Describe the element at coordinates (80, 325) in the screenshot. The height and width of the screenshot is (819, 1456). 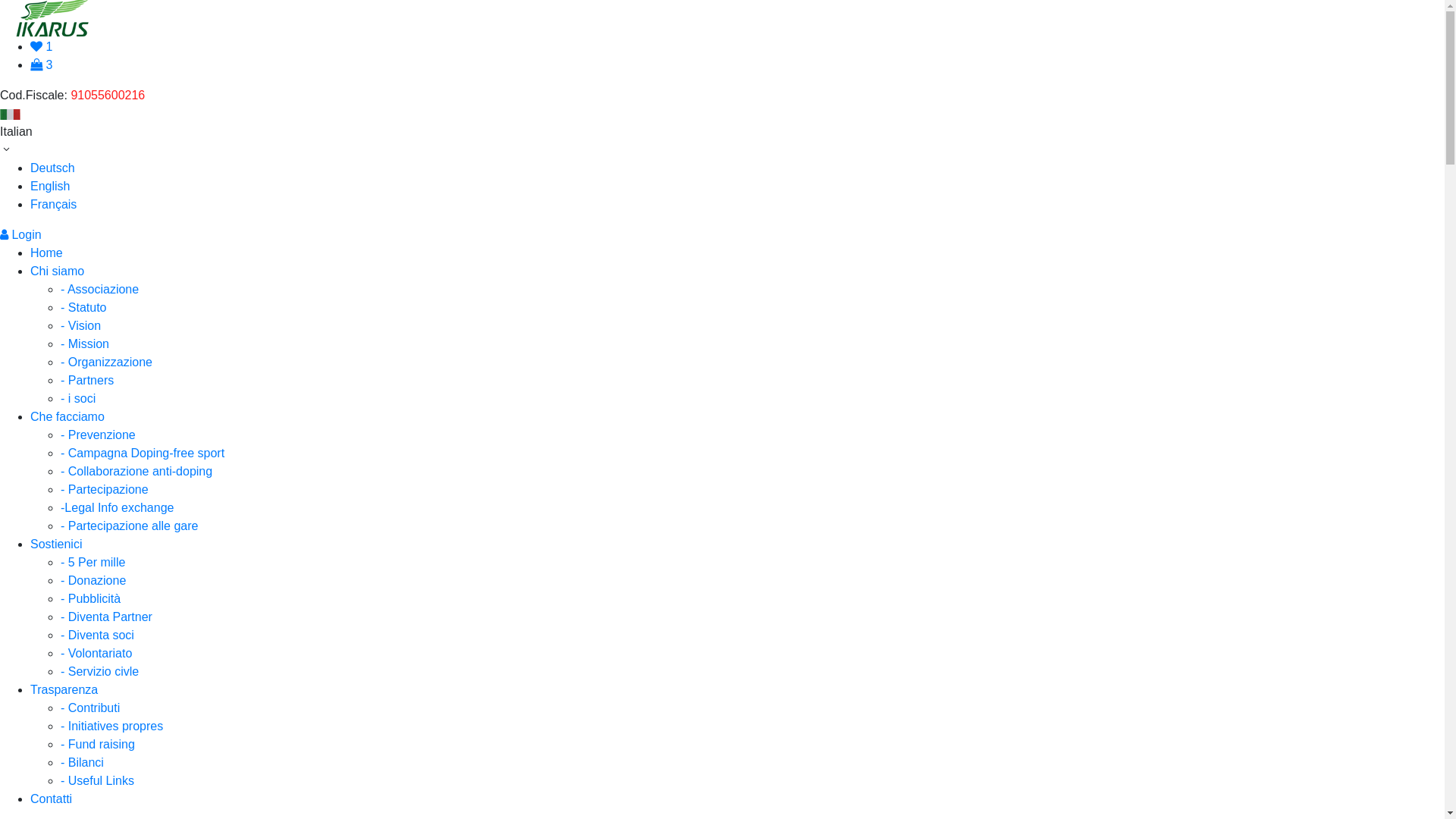
I see `'- Vision'` at that location.